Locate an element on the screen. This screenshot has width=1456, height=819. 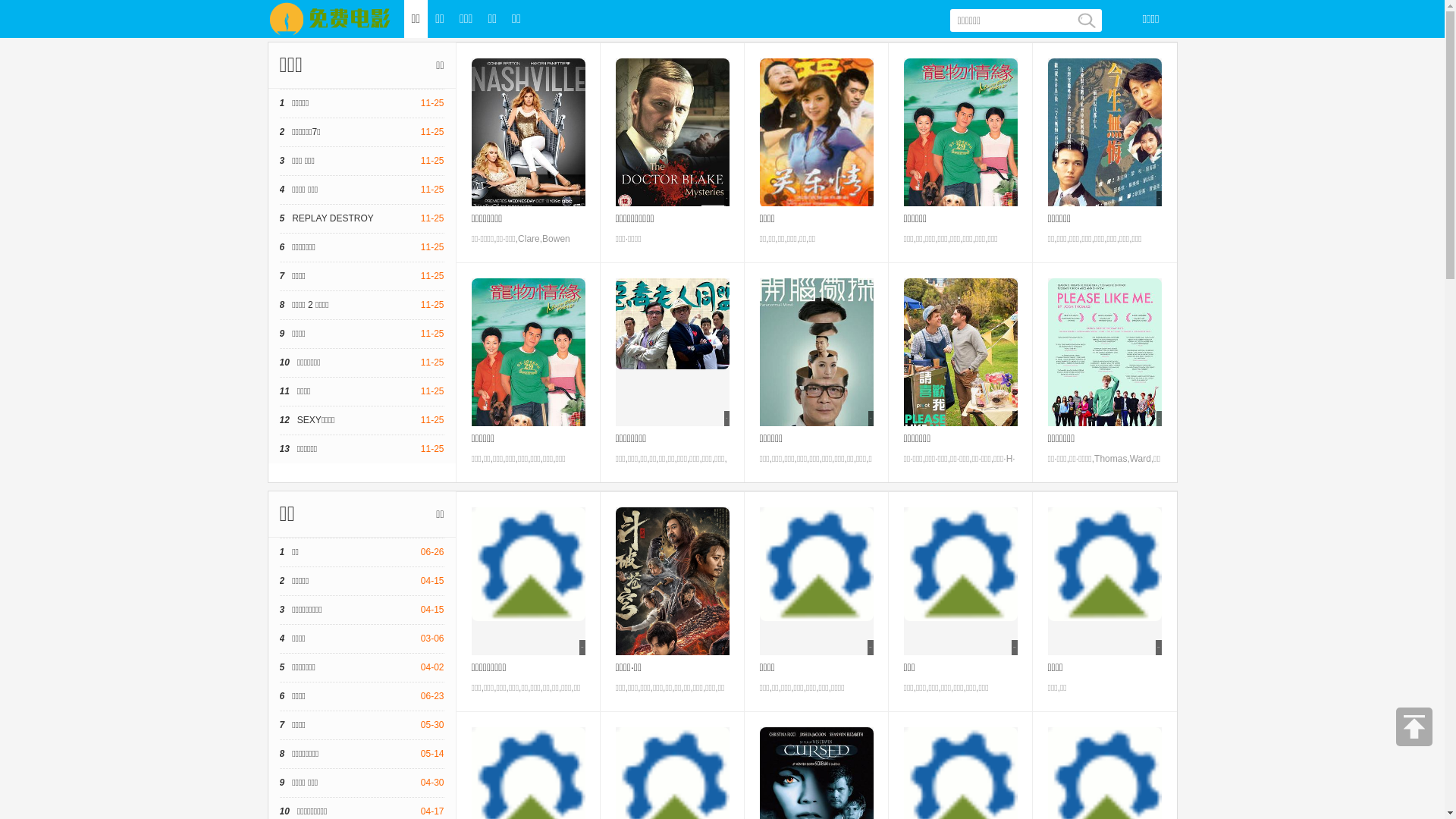
'11-25 is located at coordinates (360, 218).